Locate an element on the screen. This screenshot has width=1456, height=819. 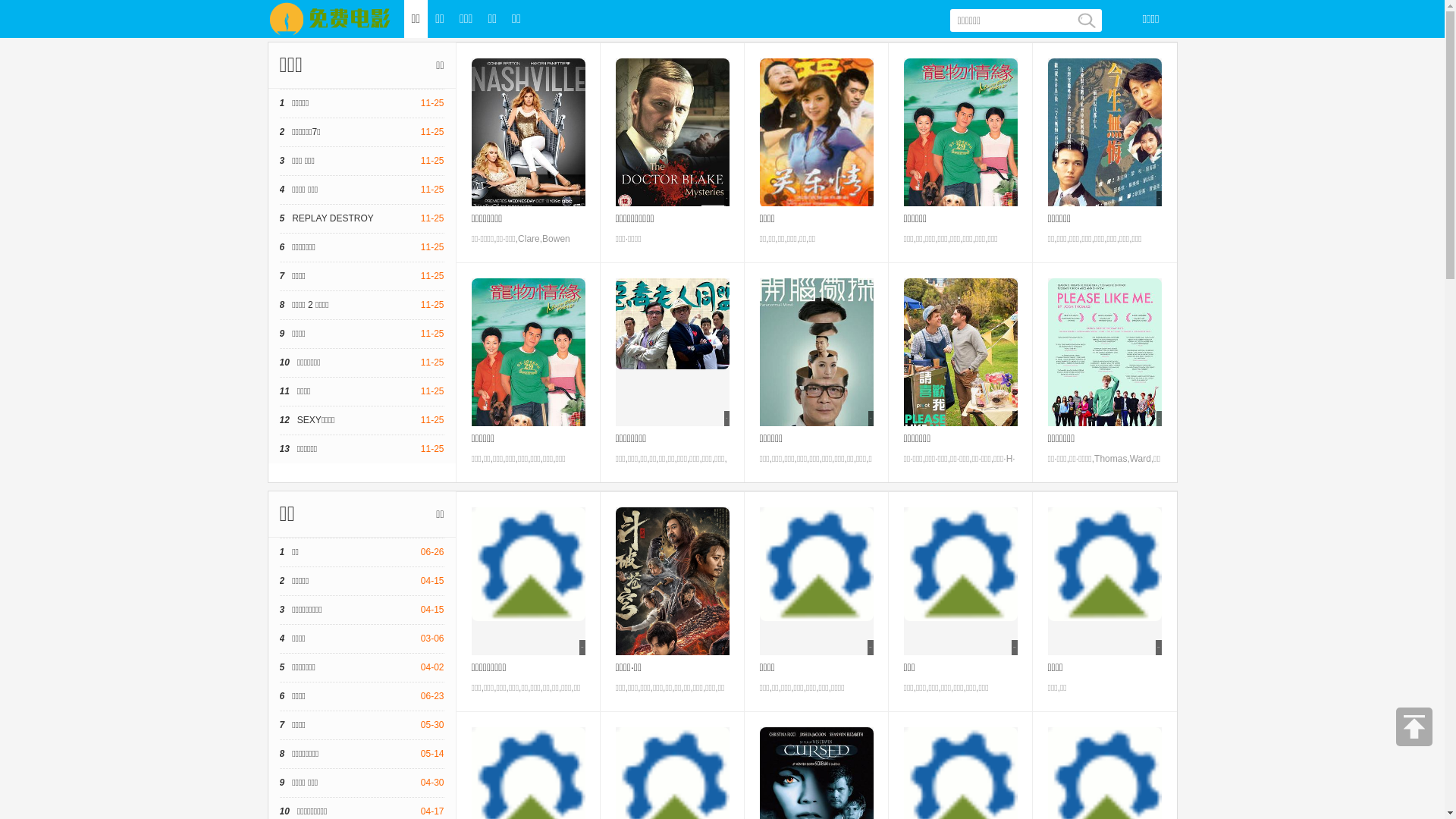
'11-25 is located at coordinates (360, 218).